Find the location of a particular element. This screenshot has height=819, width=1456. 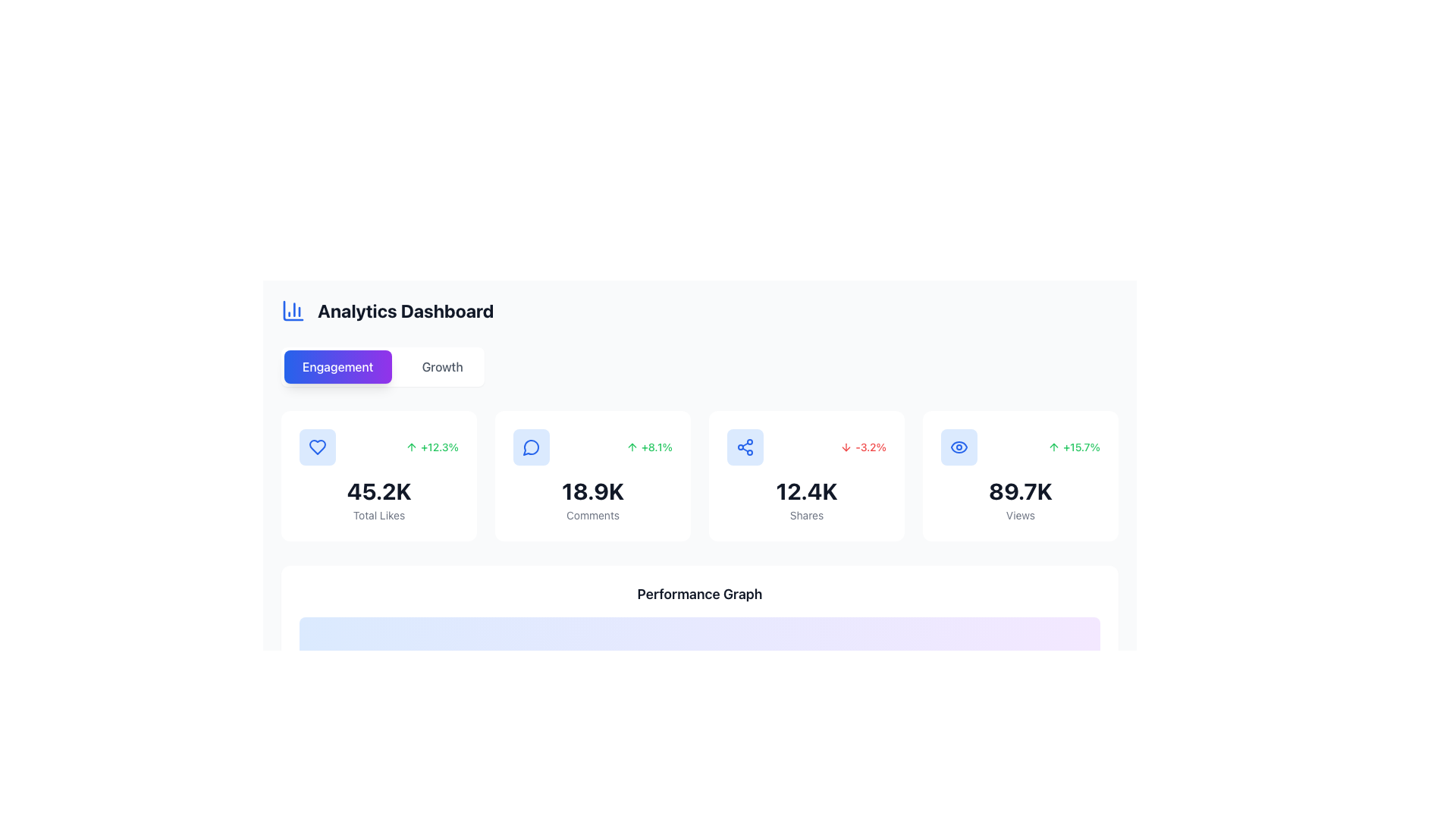

the blue circular eye icon located in the 'Views' card, which is in the last column of a group of cards is located at coordinates (959, 447).